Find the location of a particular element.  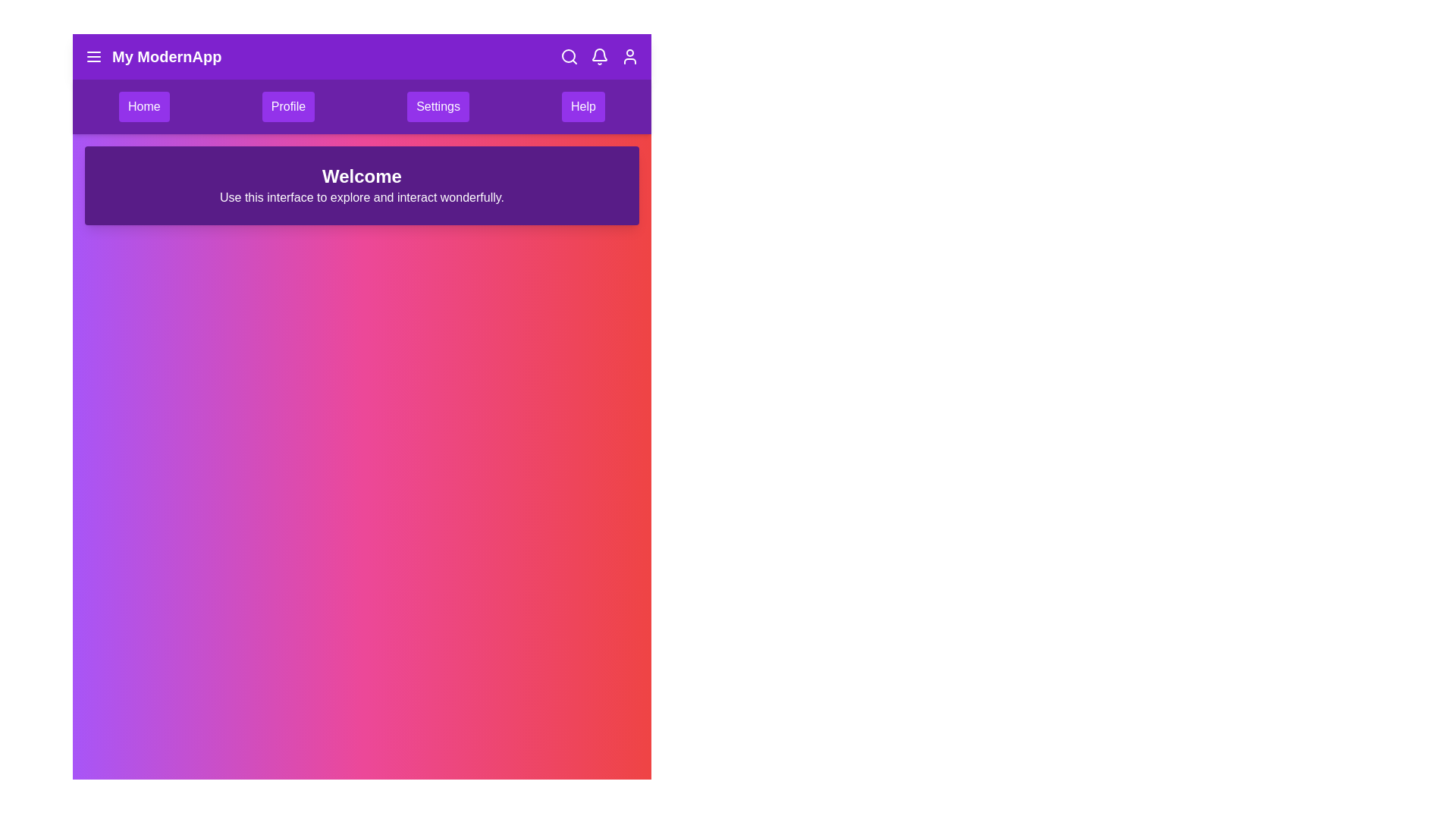

the menu icon to toggle the menu visibility is located at coordinates (93, 55).